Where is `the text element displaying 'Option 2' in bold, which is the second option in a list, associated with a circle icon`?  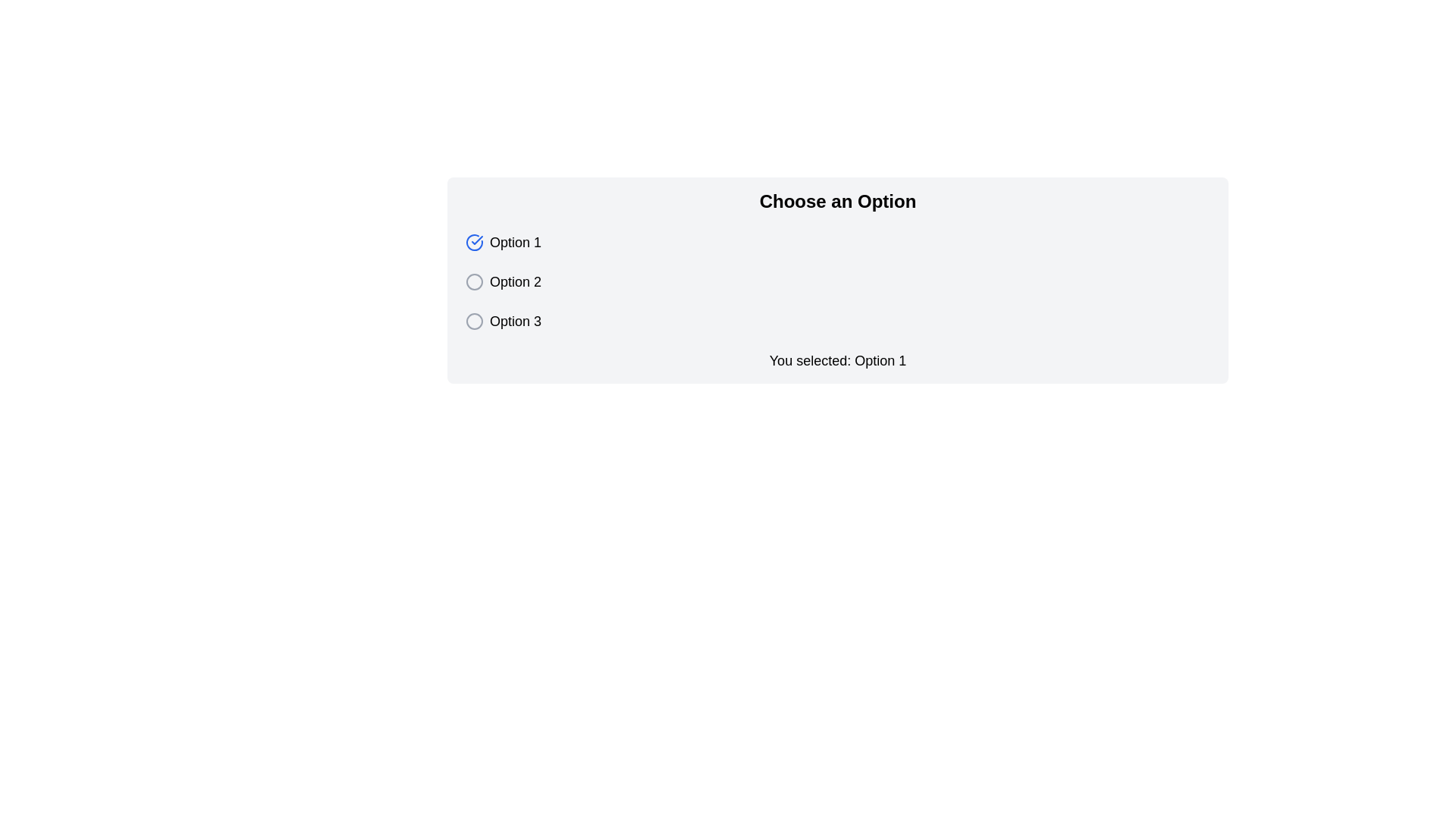
the text element displaying 'Option 2' in bold, which is the second option in a list, associated with a circle icon is located at coordinates (516, 281).